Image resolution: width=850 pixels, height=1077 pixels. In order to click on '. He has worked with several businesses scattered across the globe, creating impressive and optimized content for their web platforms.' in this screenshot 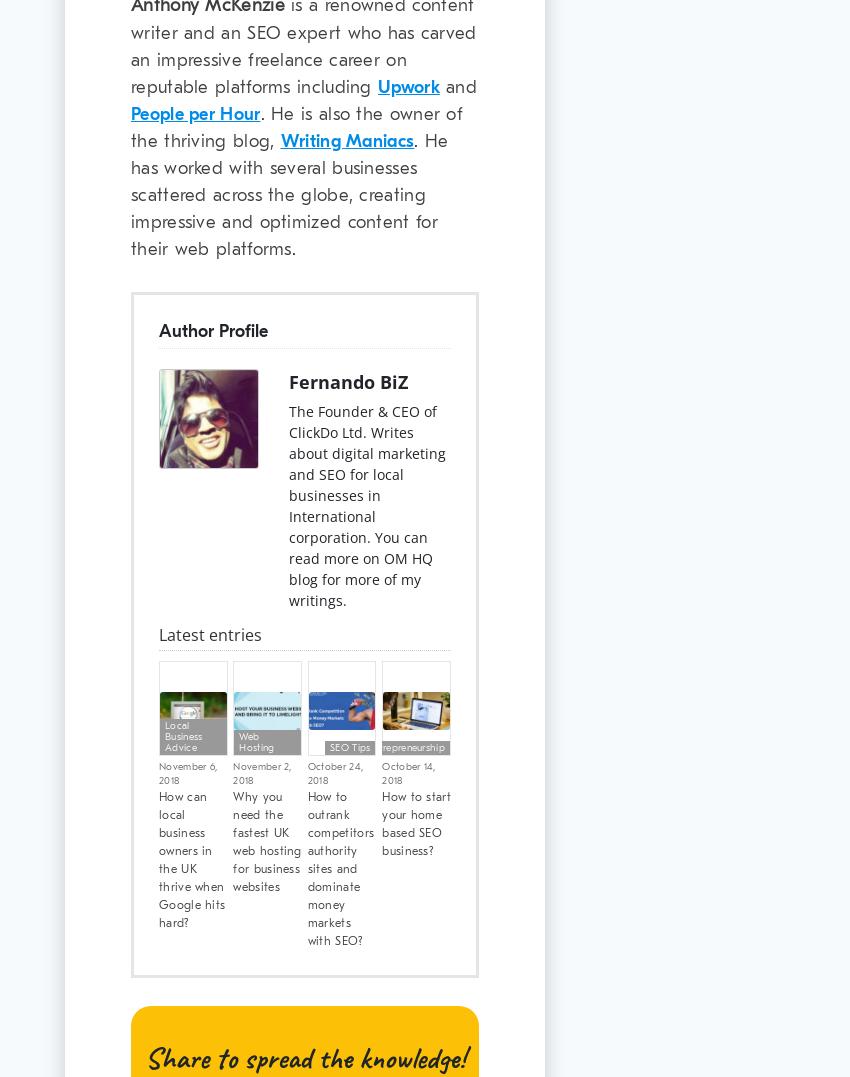, I will do `click(288, 194)`.